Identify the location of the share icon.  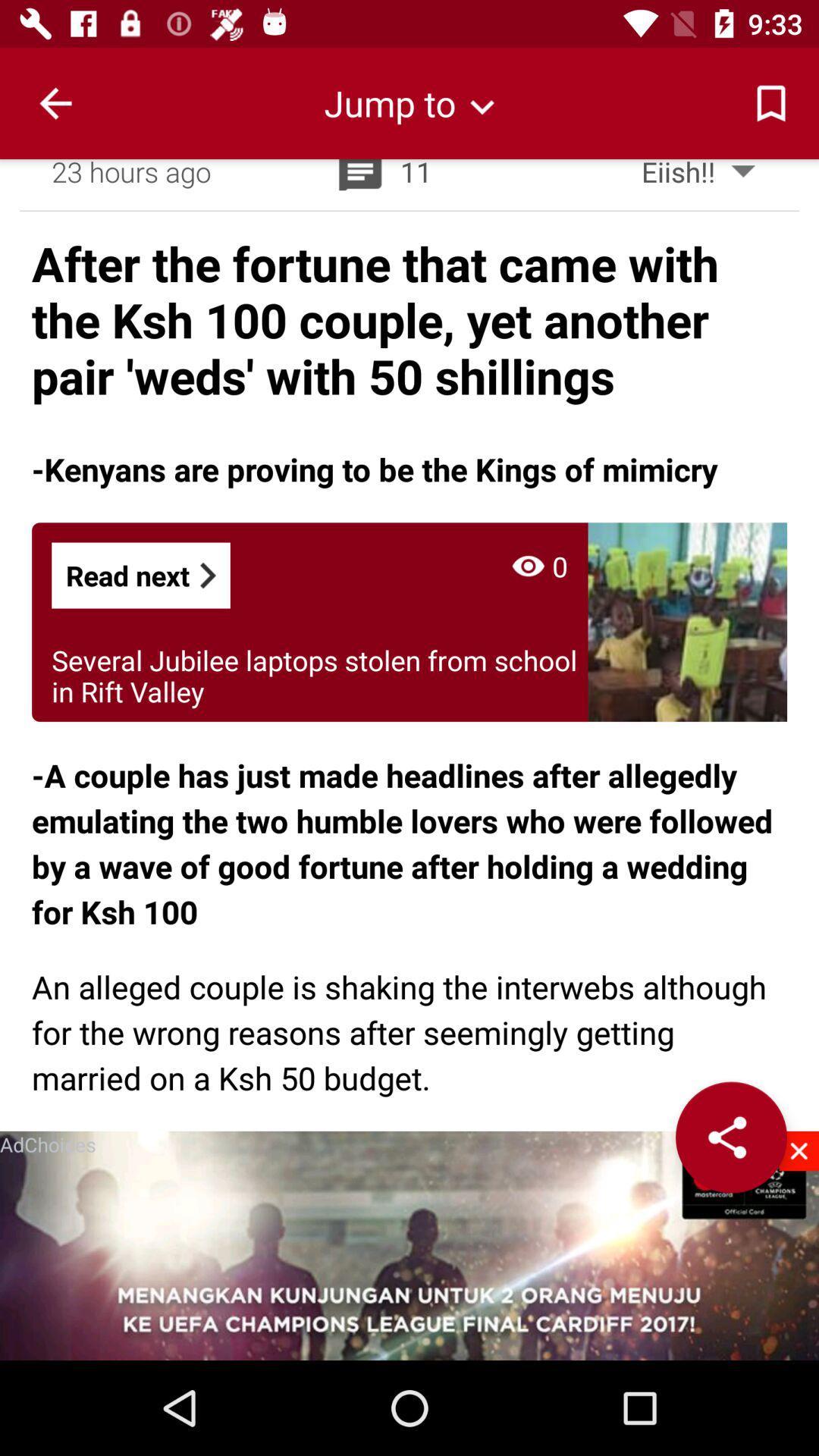
(730, 1137).